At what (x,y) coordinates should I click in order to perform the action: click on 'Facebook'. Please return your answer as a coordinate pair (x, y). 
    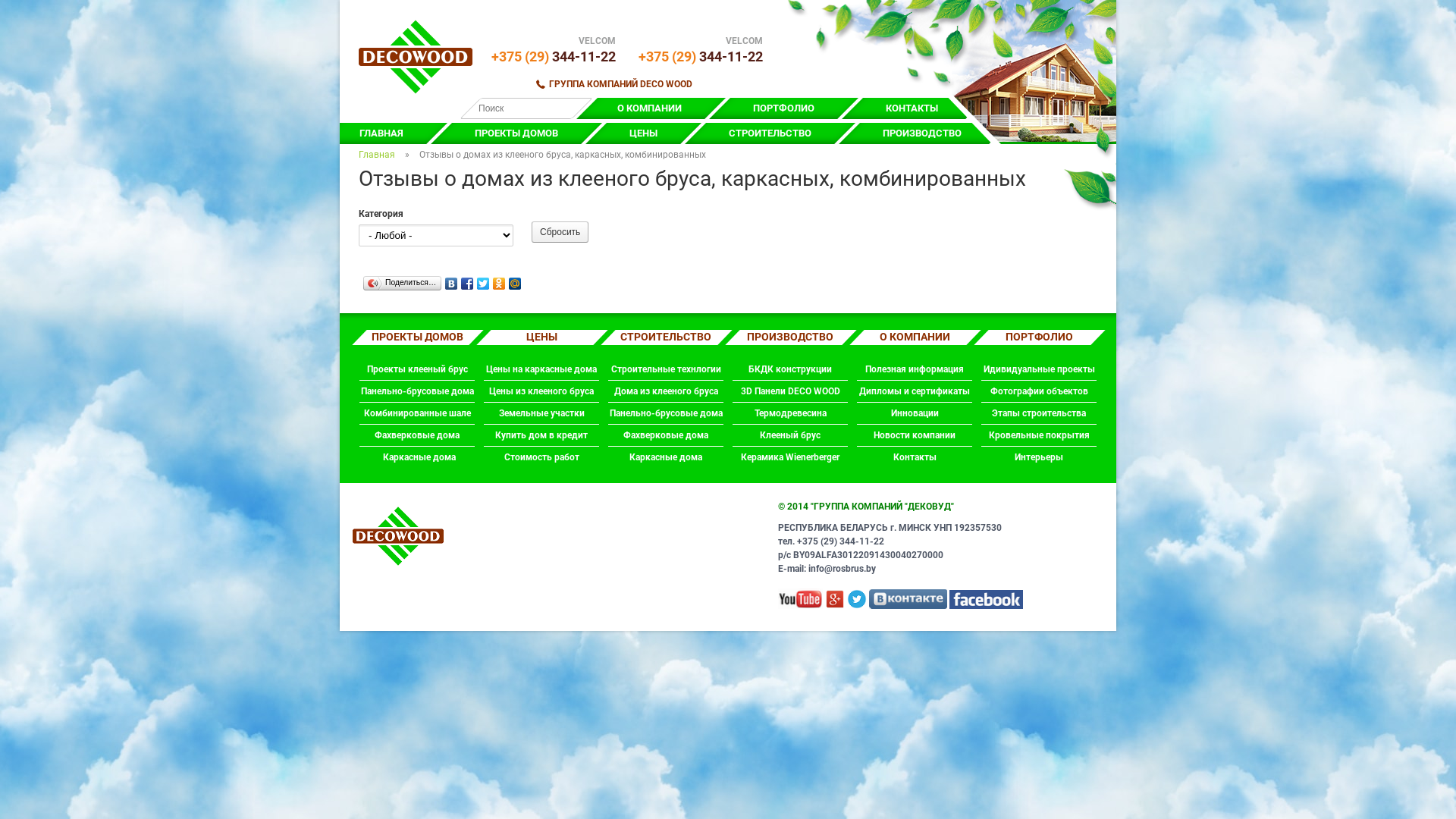
    Looking at the image, I should click on (466, 280).